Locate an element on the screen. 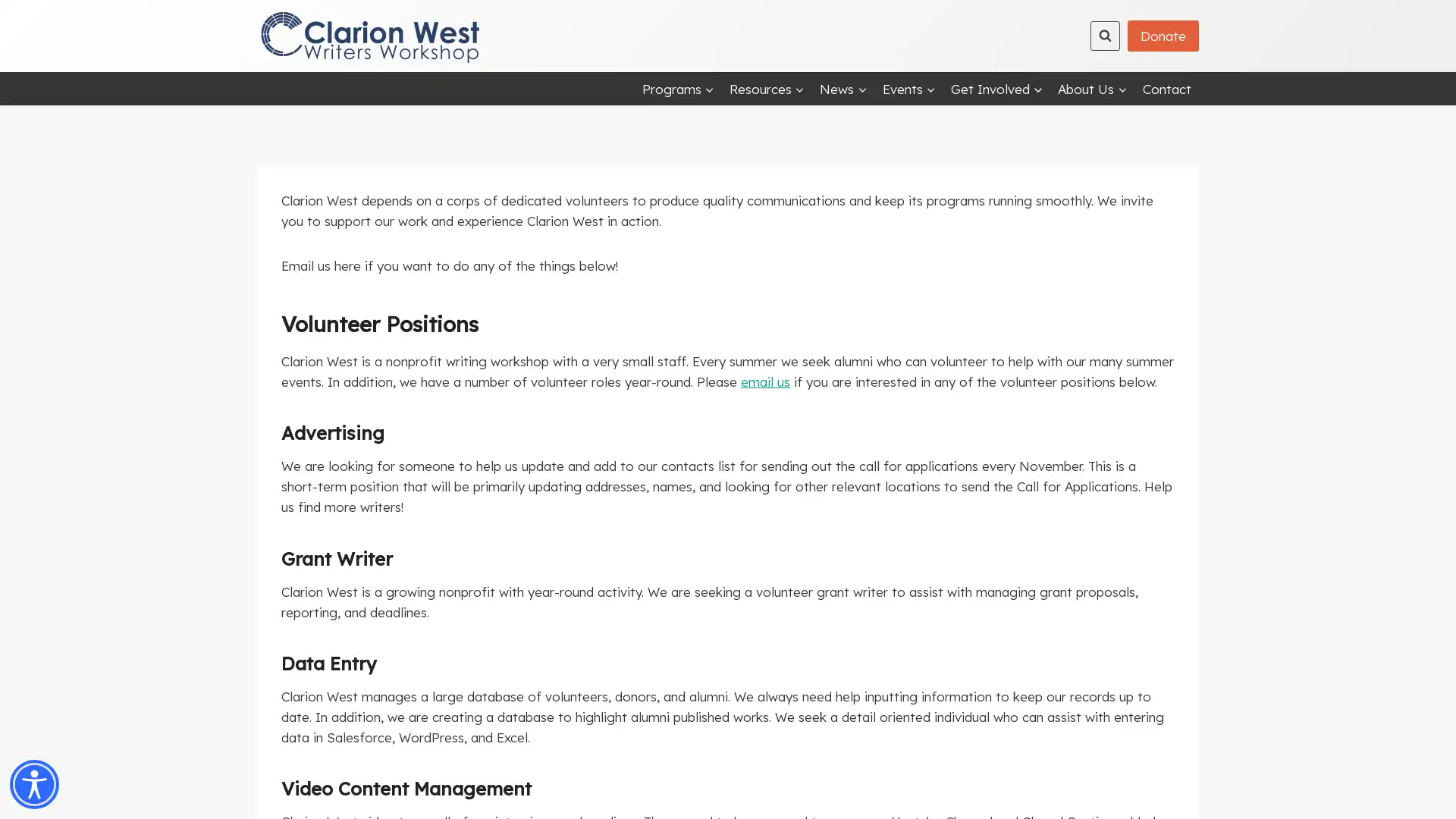  Expand child menu is located at coordinates (676, 88).